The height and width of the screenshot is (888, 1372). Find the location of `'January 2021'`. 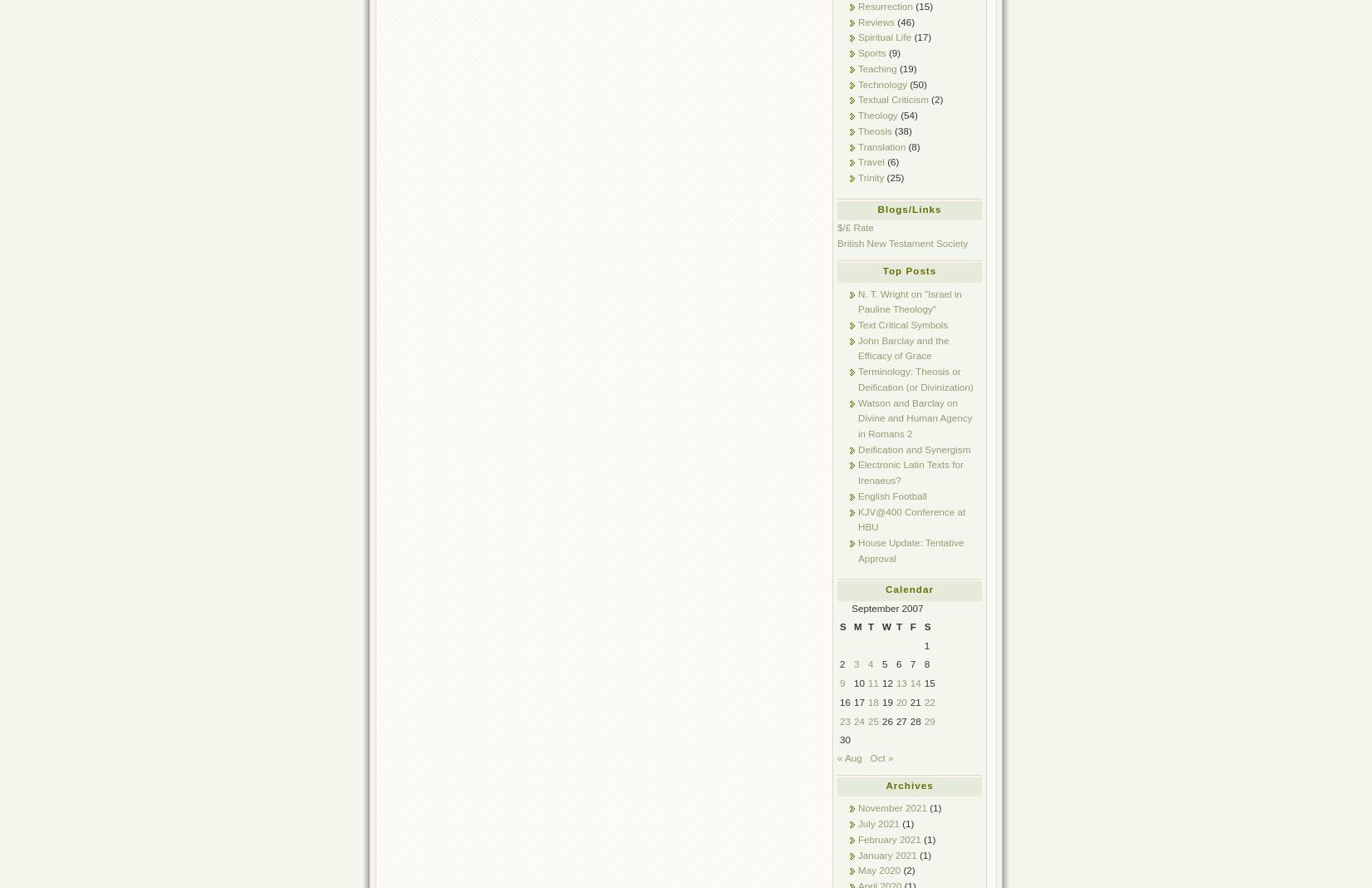

'January 2021' is located at coordinates (887, 854).